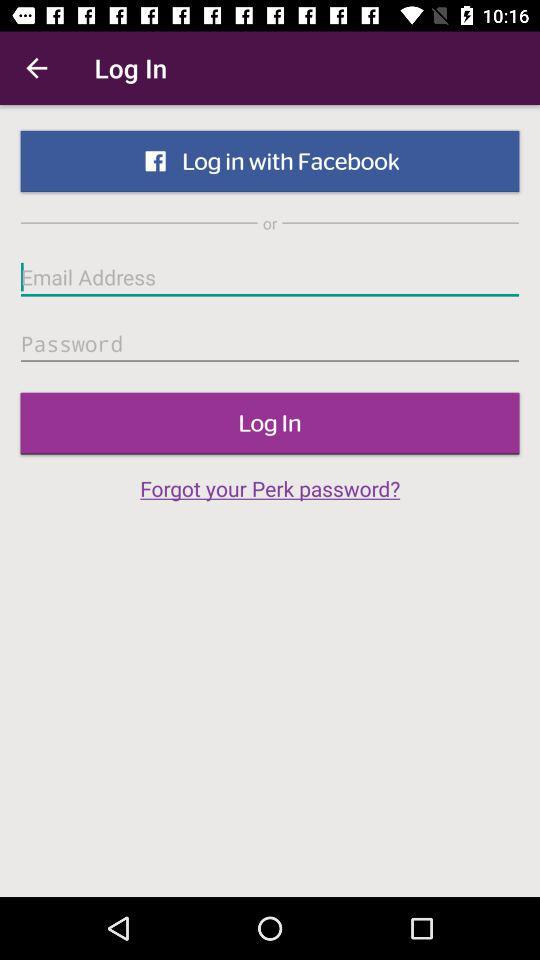 This screenshot has width=540, height=960. What do you see at coordinates (36, 68) in the screenshot?
I see `icon to the left of the log in icon` at bounding box center [36, 68].